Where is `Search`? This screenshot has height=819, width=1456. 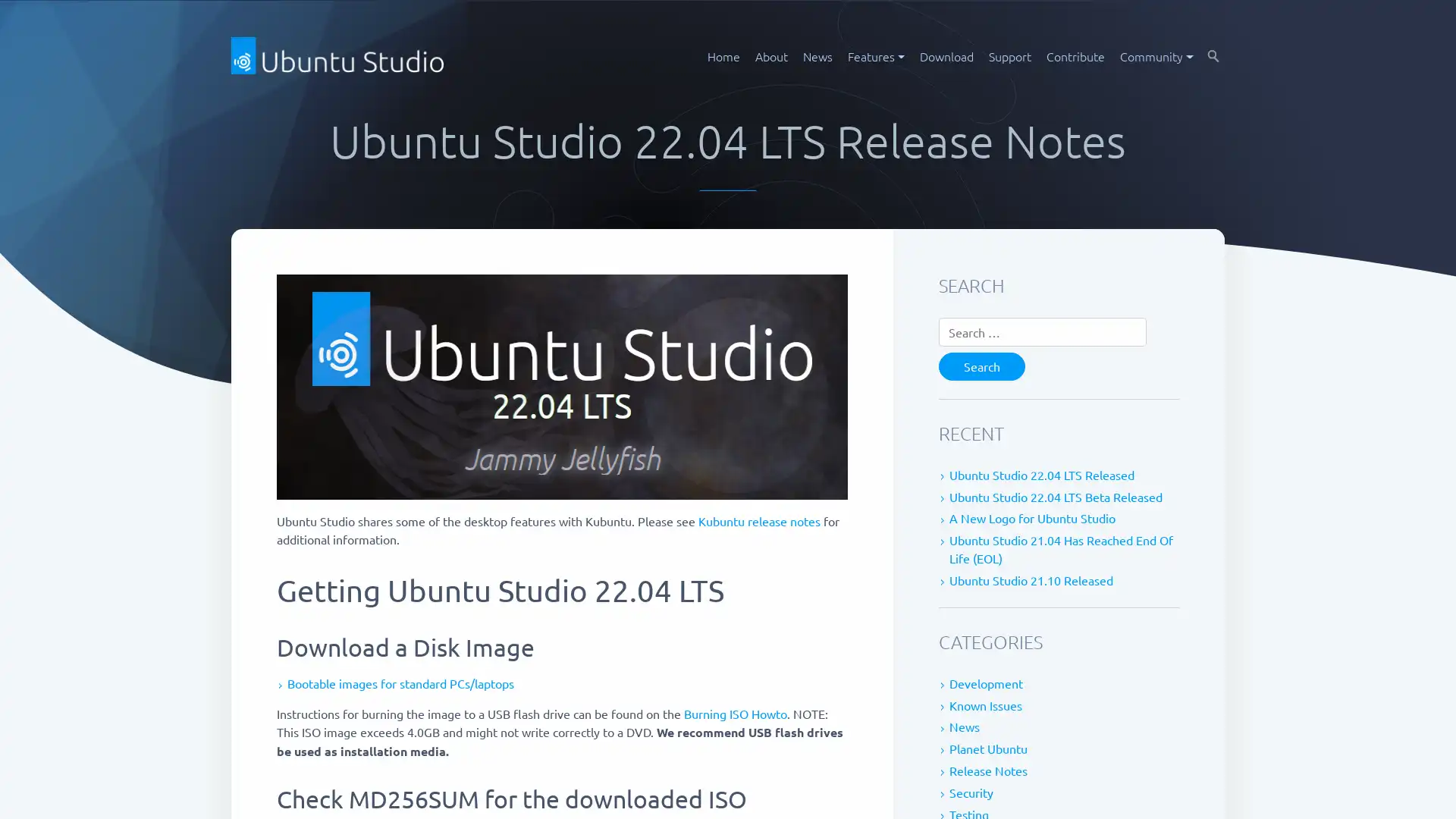
Search is located at coordinates (982, 366).